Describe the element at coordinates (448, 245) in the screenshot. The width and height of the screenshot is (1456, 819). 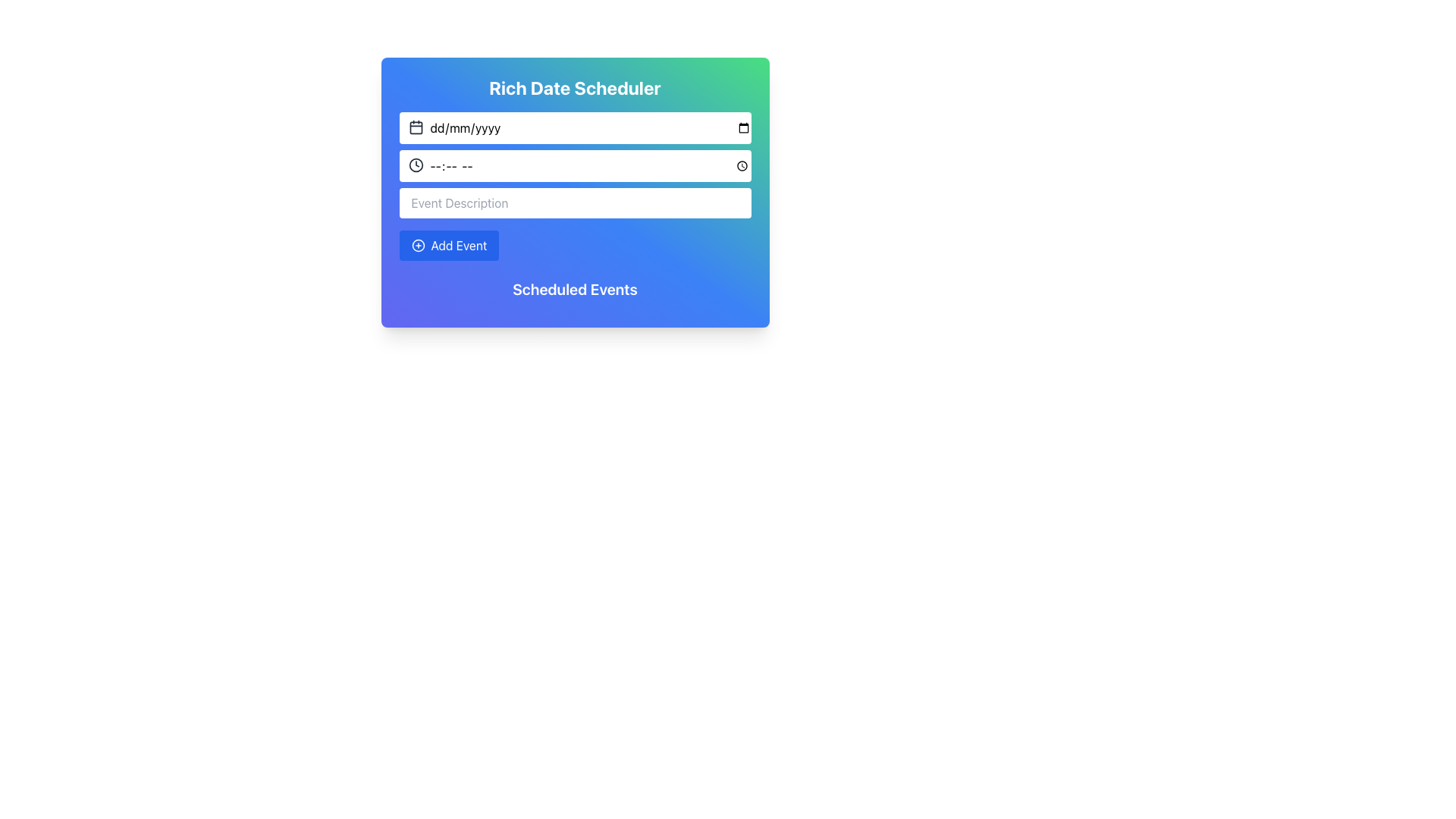
I see `the rounded blue button labeled 'Add Event'` at that location.